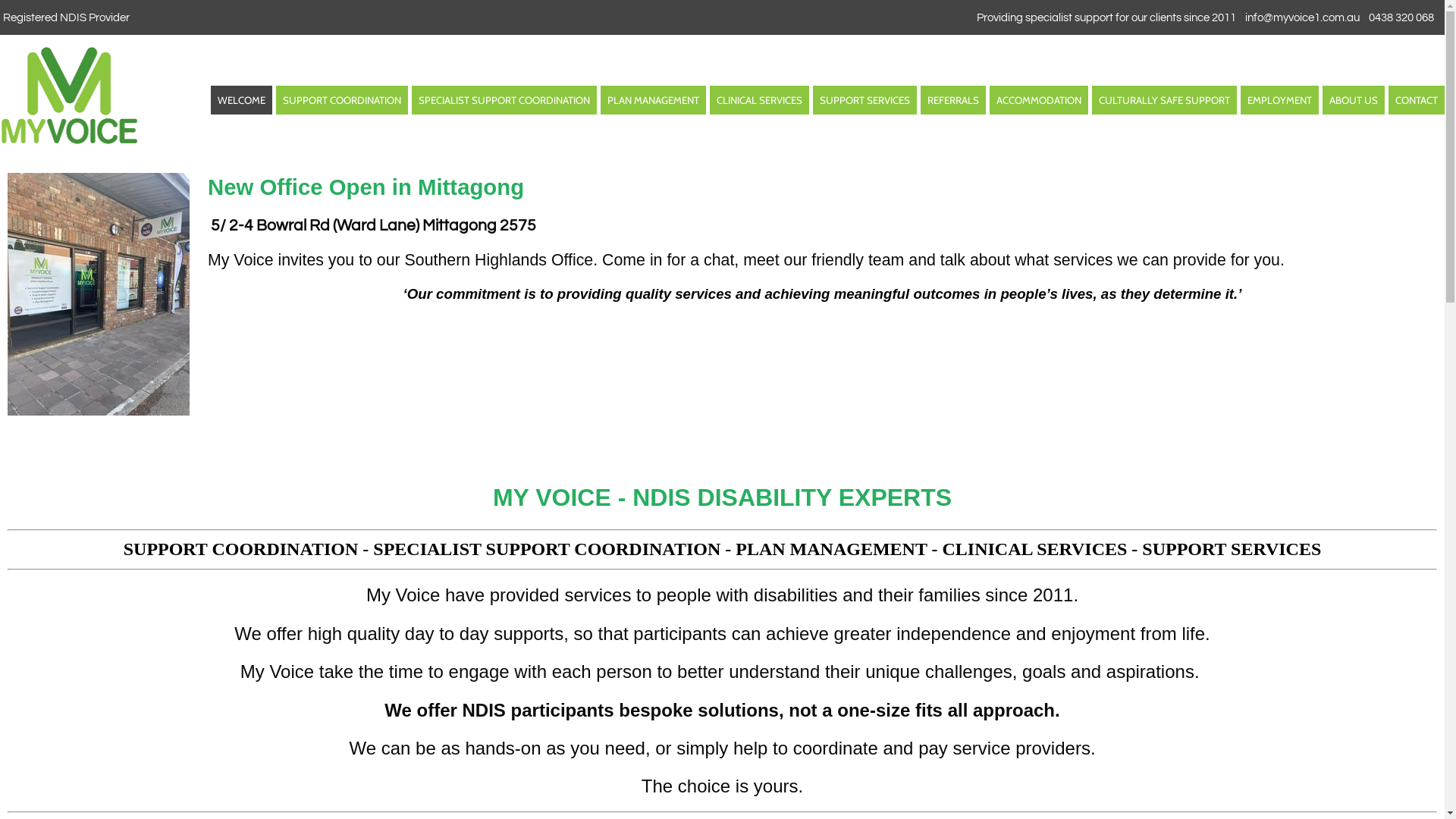  I want to click on 'CULTURALLY SAFE SUPPORT', so click(1163, 100).